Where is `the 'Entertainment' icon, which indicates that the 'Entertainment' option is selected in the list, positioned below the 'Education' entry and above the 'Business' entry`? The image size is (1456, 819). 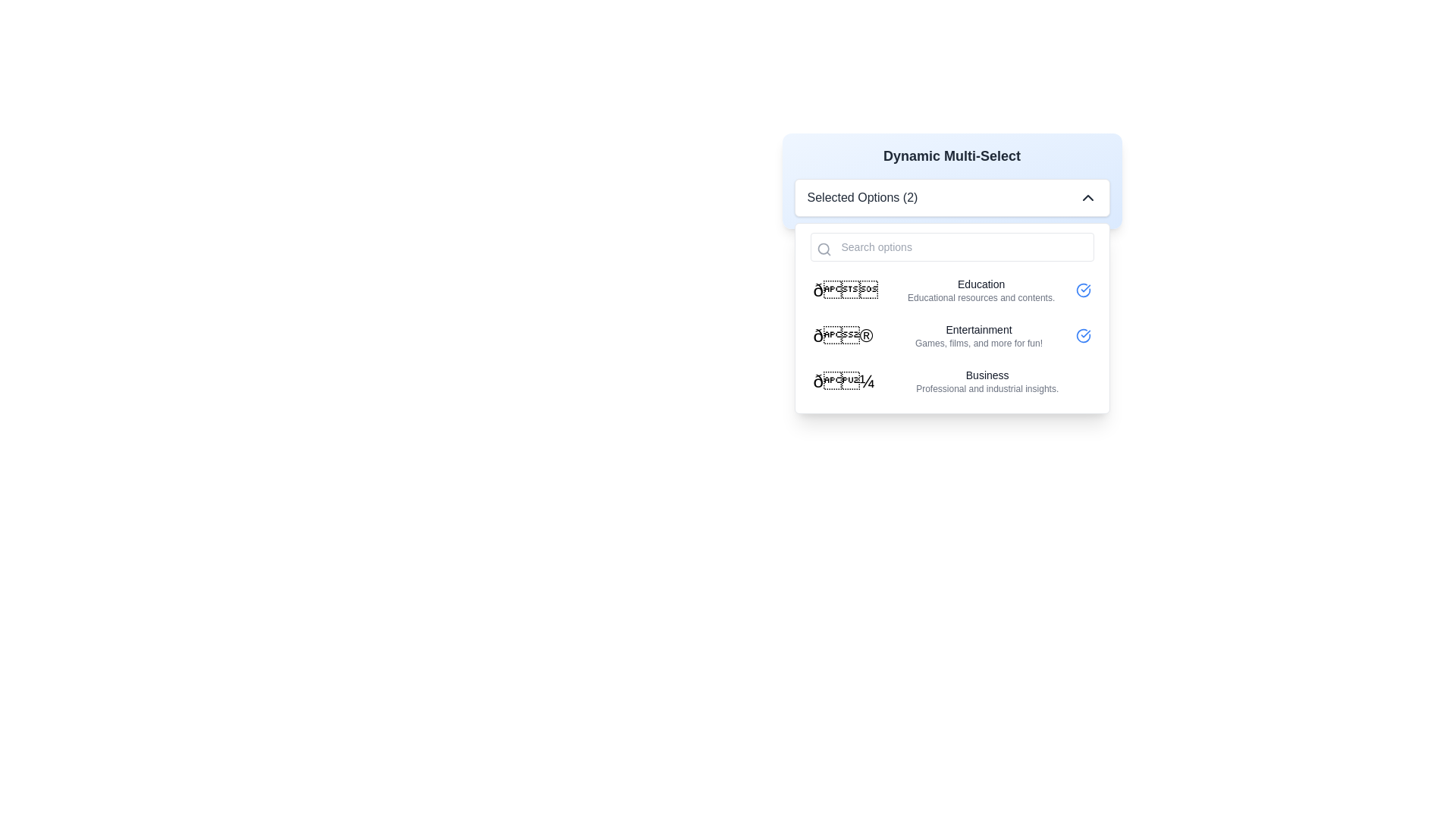 the 'Entertainment' icon, which indicates that the 'Entertainment' option is selected in the list, positioned below the 'Education' entry and above the 'Business' entry is located at coordinates (1082, 335).